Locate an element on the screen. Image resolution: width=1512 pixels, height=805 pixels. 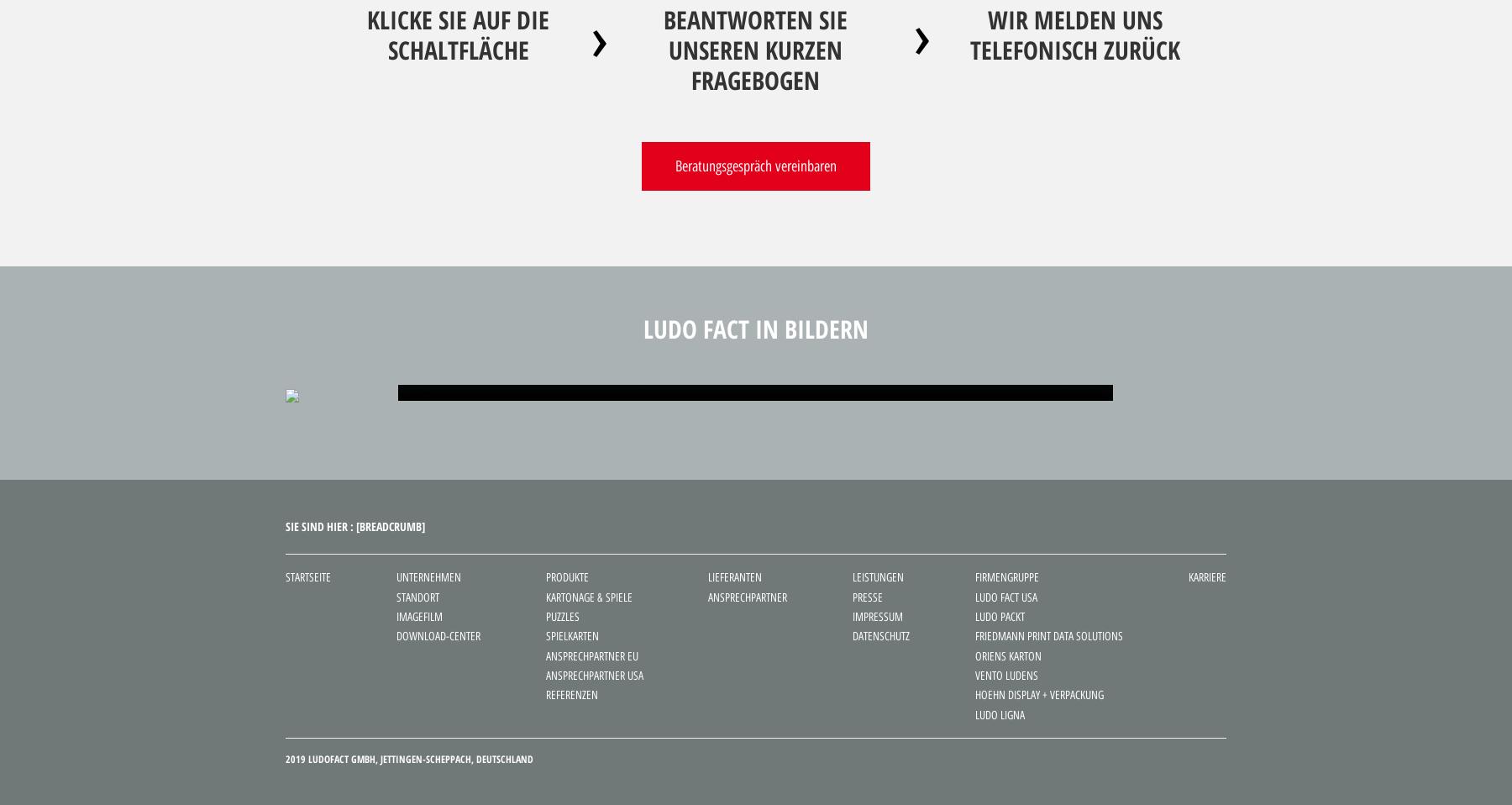
'Hoehn Display + Verpackung' is located at coordinates (1038, 694).